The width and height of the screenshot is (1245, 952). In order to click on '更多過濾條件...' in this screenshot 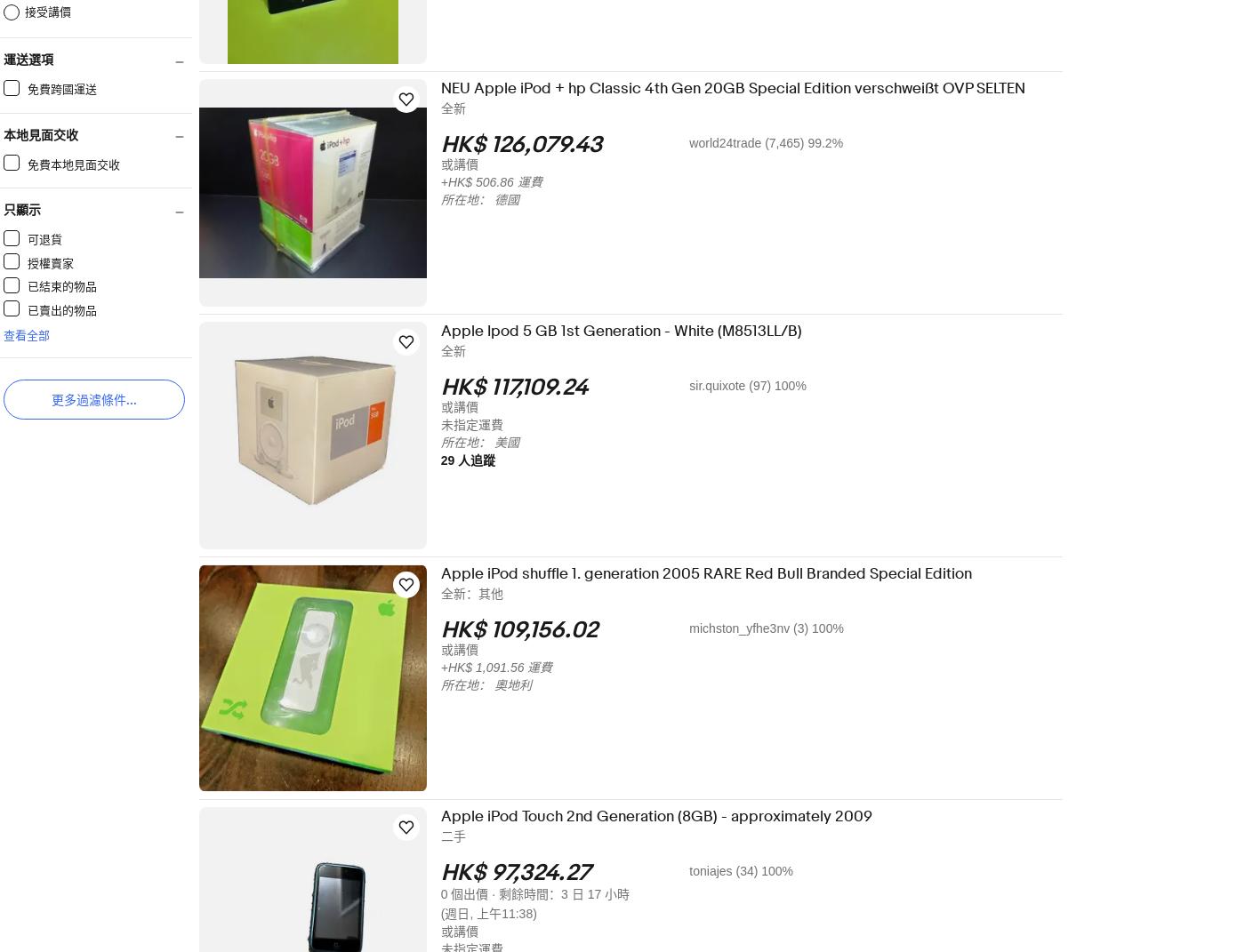, I will do `click(105, 400)`.